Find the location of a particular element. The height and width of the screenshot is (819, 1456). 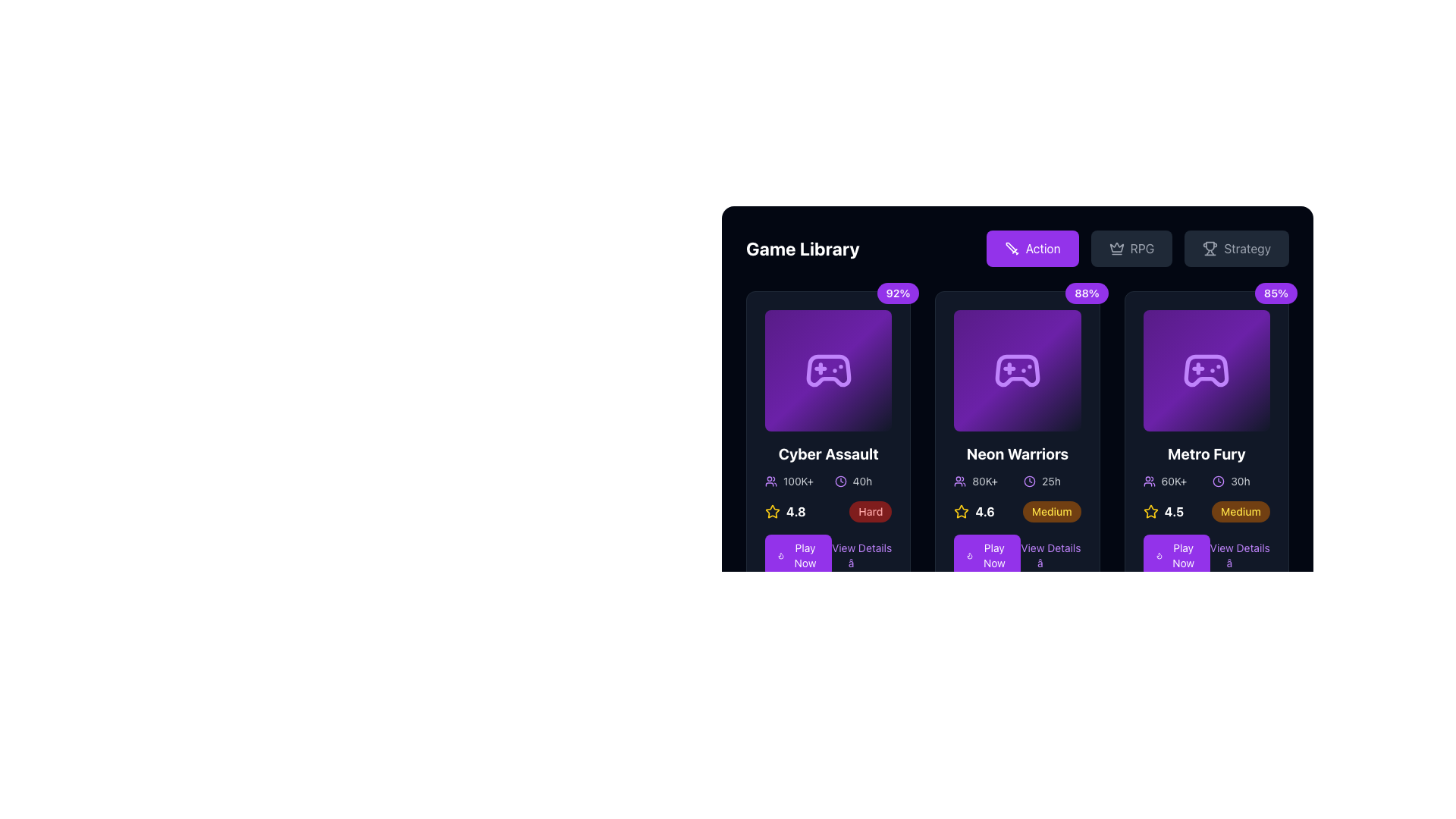

the 'RPG' button in the horizontal button group is located at coordinates (1137, 247).